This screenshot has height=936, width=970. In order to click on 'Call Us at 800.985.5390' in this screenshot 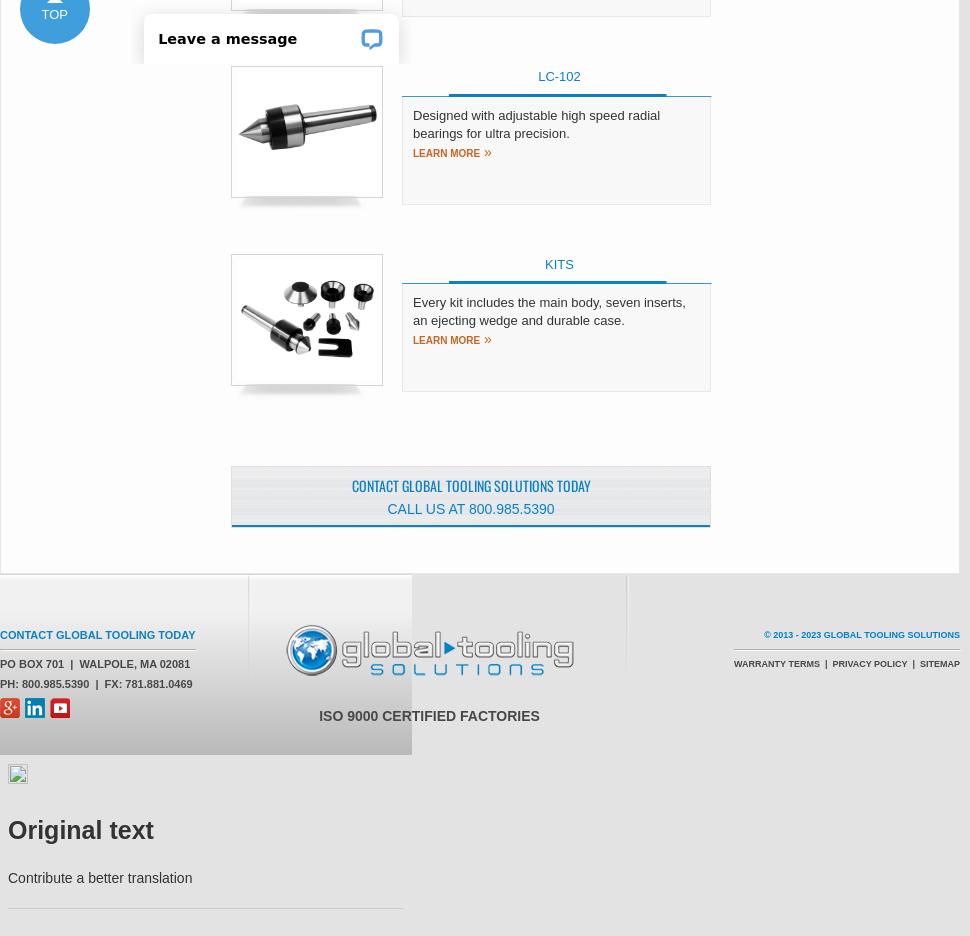, I will do `click(386, 508)`.